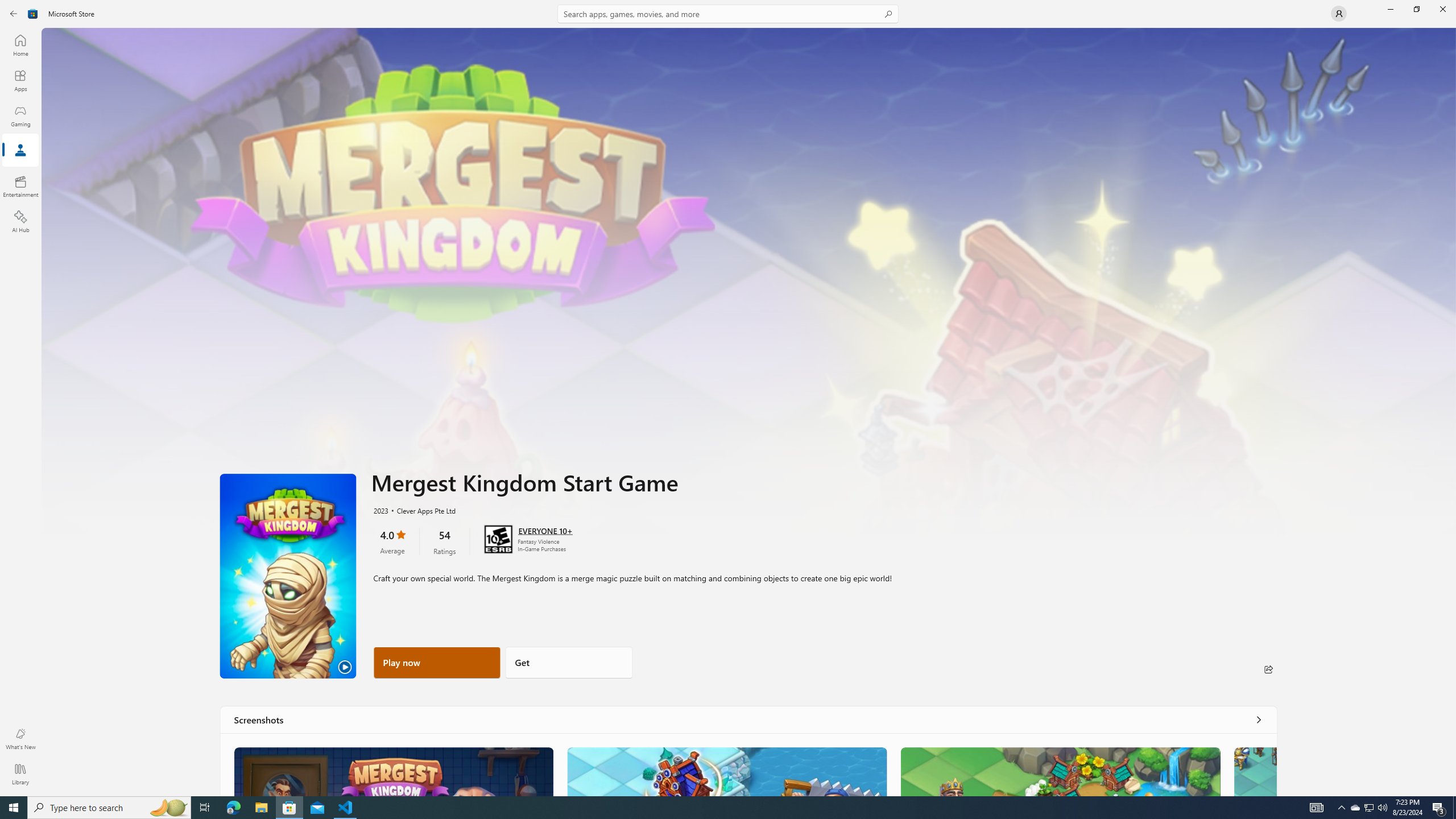 The height and width of the screenshot is (819, 1456). I want to click on 'Library', so click(19, 773).